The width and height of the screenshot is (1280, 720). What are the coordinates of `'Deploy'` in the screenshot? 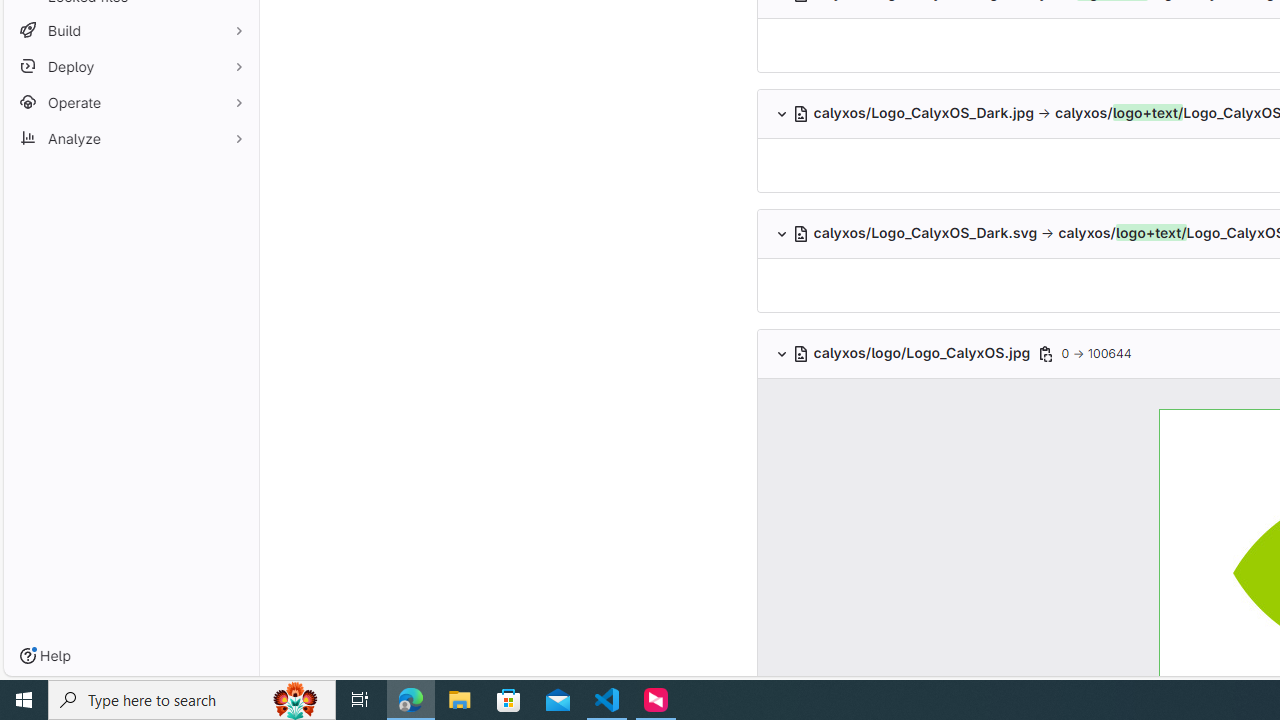 It's located at (130, 65).